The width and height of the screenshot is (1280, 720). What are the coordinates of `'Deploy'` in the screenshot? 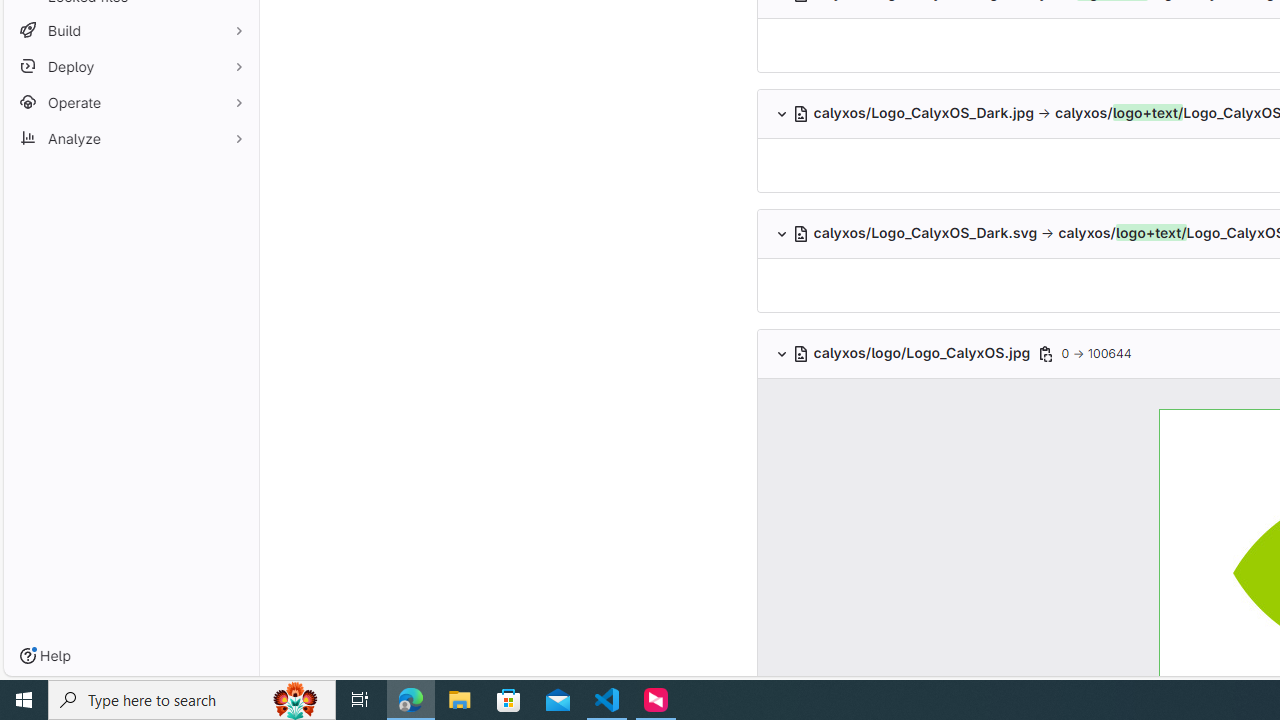 It's located at (130, 65).